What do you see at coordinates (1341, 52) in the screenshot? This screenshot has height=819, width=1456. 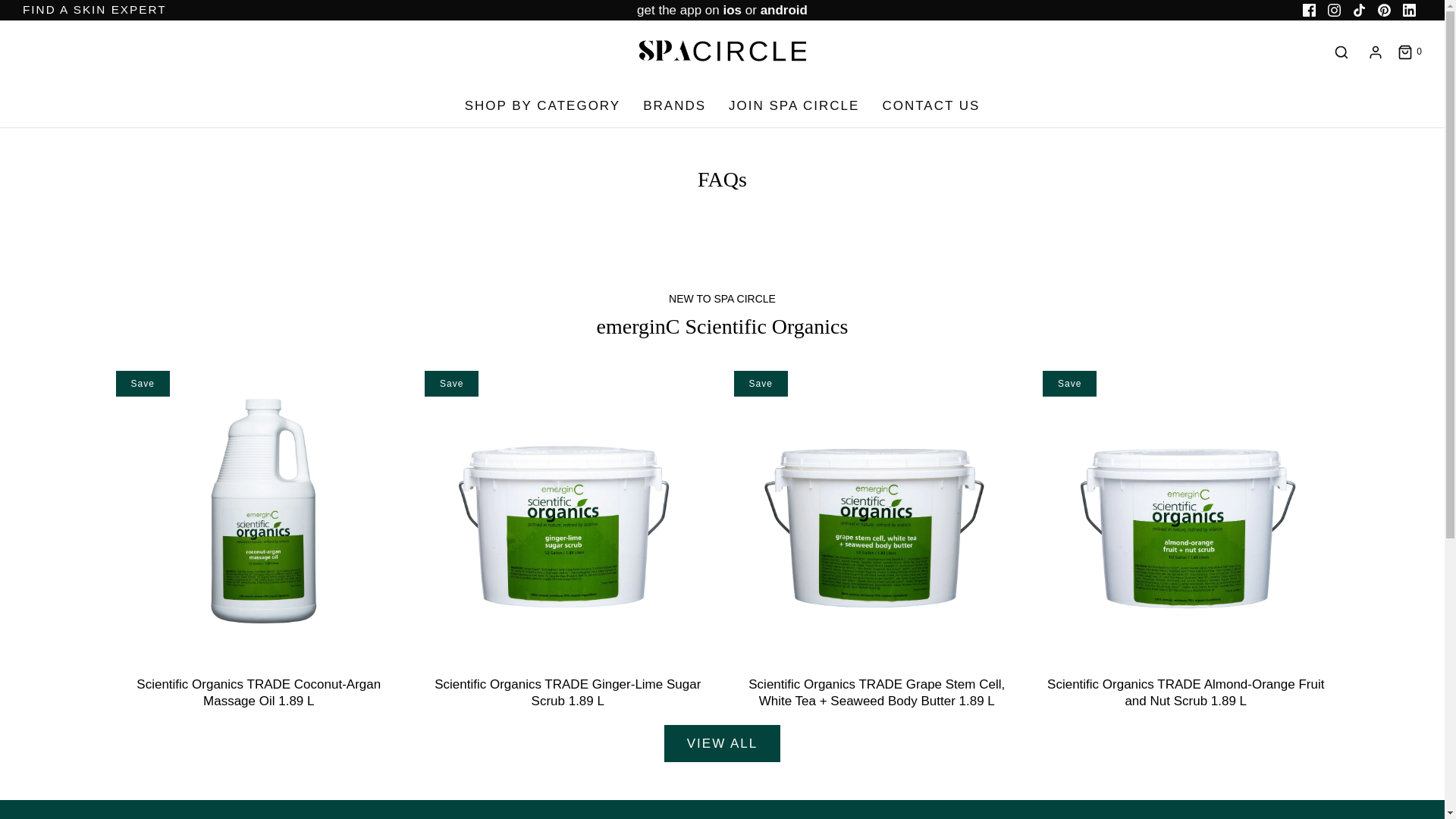 I see `'Search'` at bounding box center [1341, 52].